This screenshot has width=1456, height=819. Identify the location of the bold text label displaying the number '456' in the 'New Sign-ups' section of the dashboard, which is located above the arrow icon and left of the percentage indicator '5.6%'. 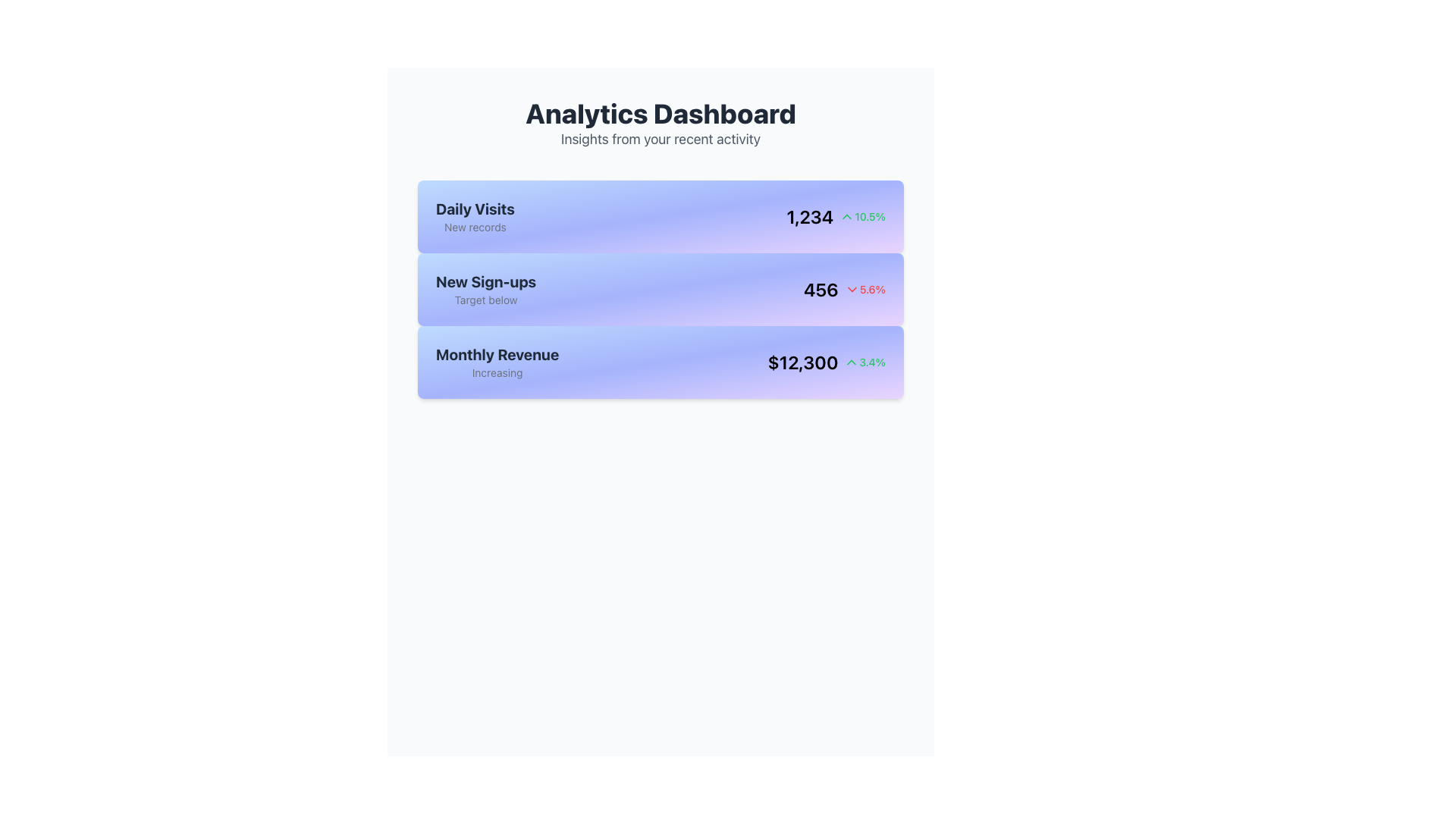
(820, 289).